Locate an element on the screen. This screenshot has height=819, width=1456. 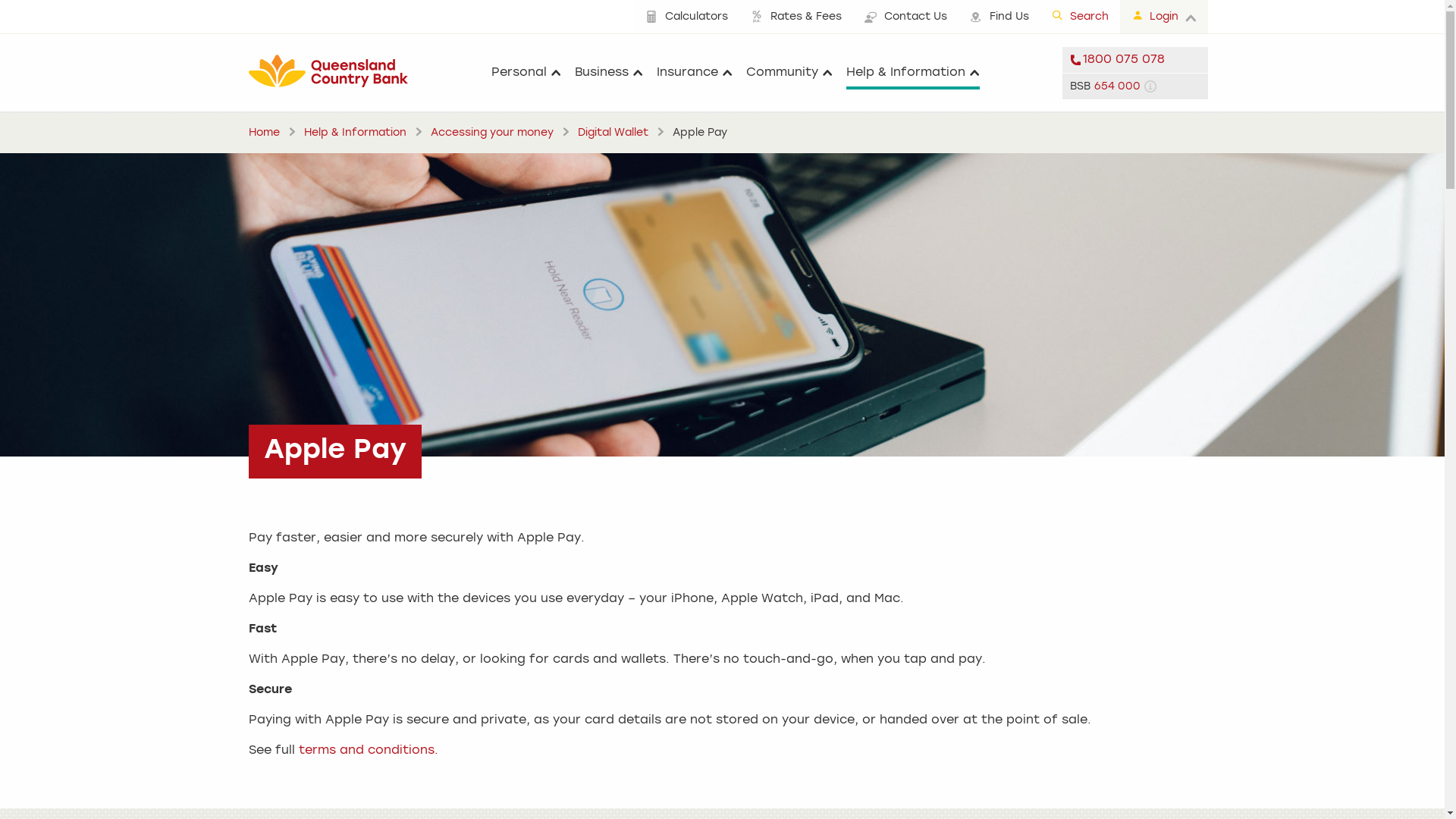
'Rates & Fees' is located at coordinates (795, 17).